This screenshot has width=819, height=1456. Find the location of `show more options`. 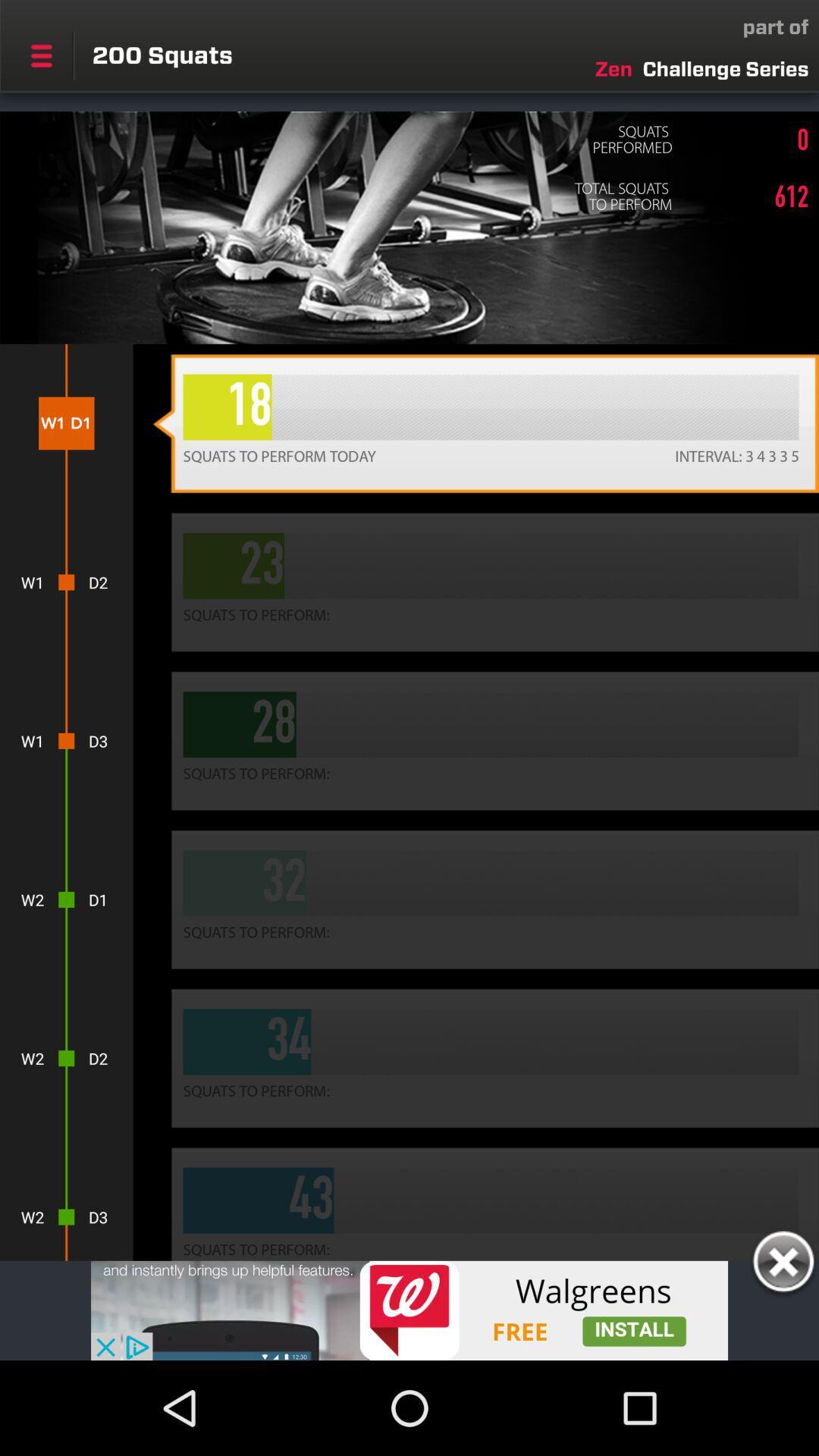

show more options is located at coordinates (40, 55).